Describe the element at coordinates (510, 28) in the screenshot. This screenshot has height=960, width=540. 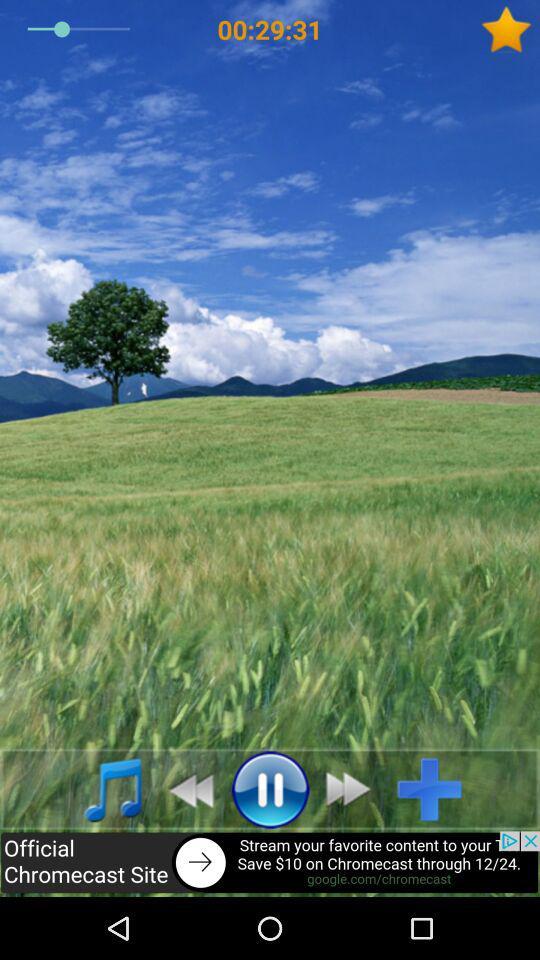
I see `rating` at that location.